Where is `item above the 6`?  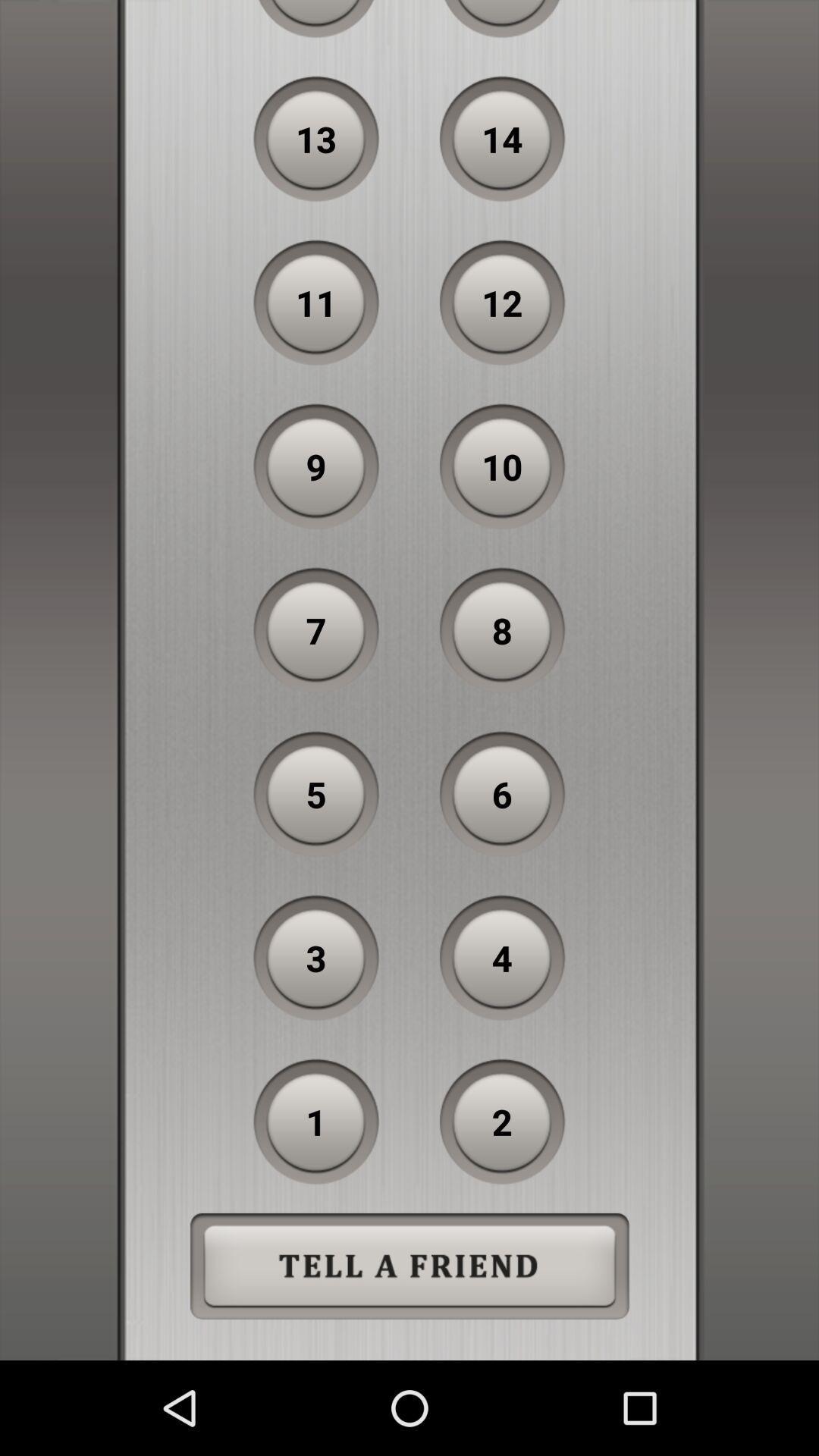
item above the 6 is located at coordinates (502, 630).